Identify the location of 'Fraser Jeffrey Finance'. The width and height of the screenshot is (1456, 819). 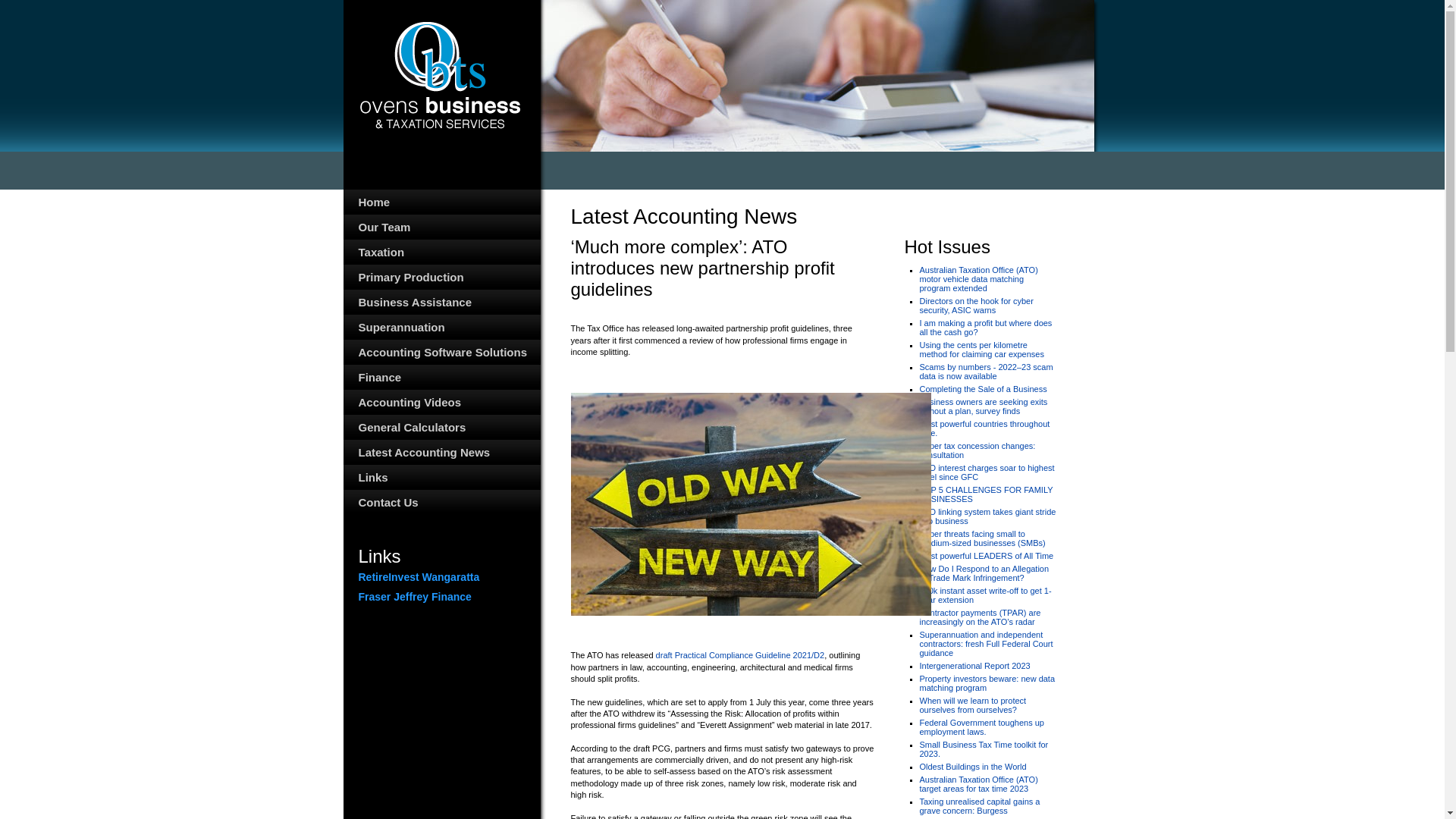
(356, 595).